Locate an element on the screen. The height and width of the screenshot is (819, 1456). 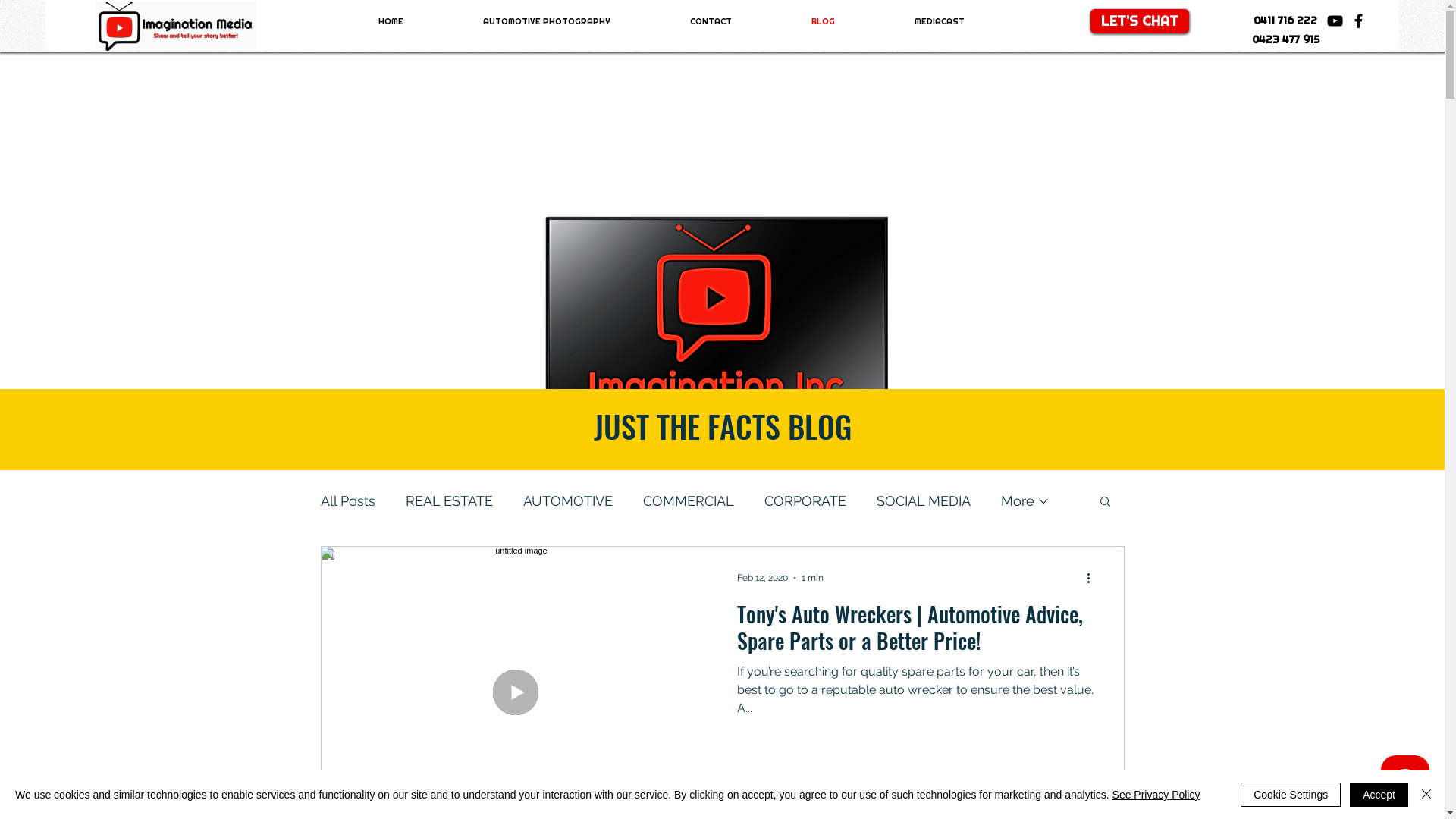
'AUTOMOTIVE PHOTOGRAPHY' is located at coordinates (546, 20).